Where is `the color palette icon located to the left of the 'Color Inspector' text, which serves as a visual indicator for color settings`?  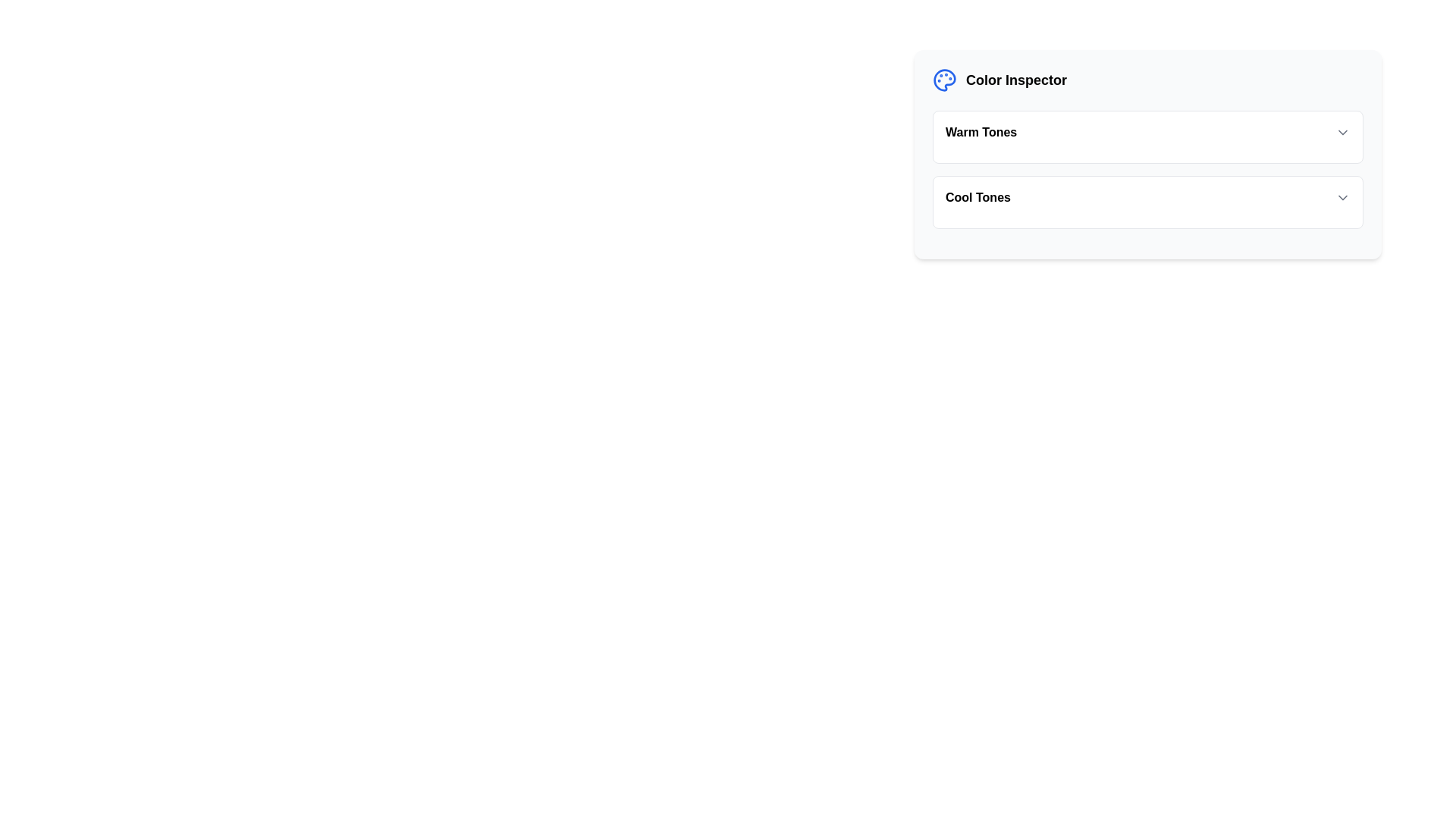
the color palette icon located to the left of the 'Color Inspector' text, which serves as a visual indicator for color settings is located at coordinates (944, 80).